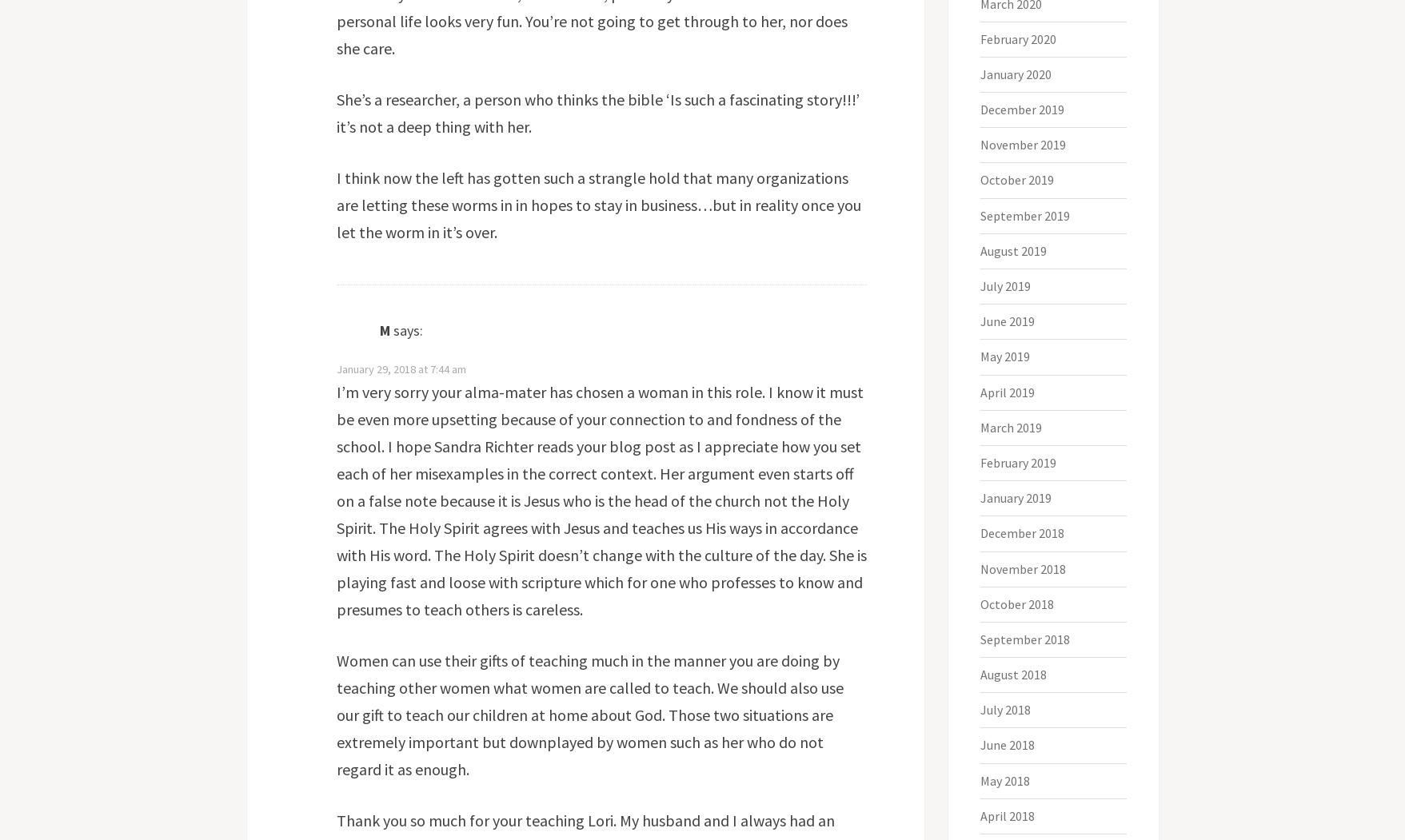  What do you see at coordinates (1018, 462) in the screenshot?
I see `'February 2019'` at bounding box center [1018, 462].